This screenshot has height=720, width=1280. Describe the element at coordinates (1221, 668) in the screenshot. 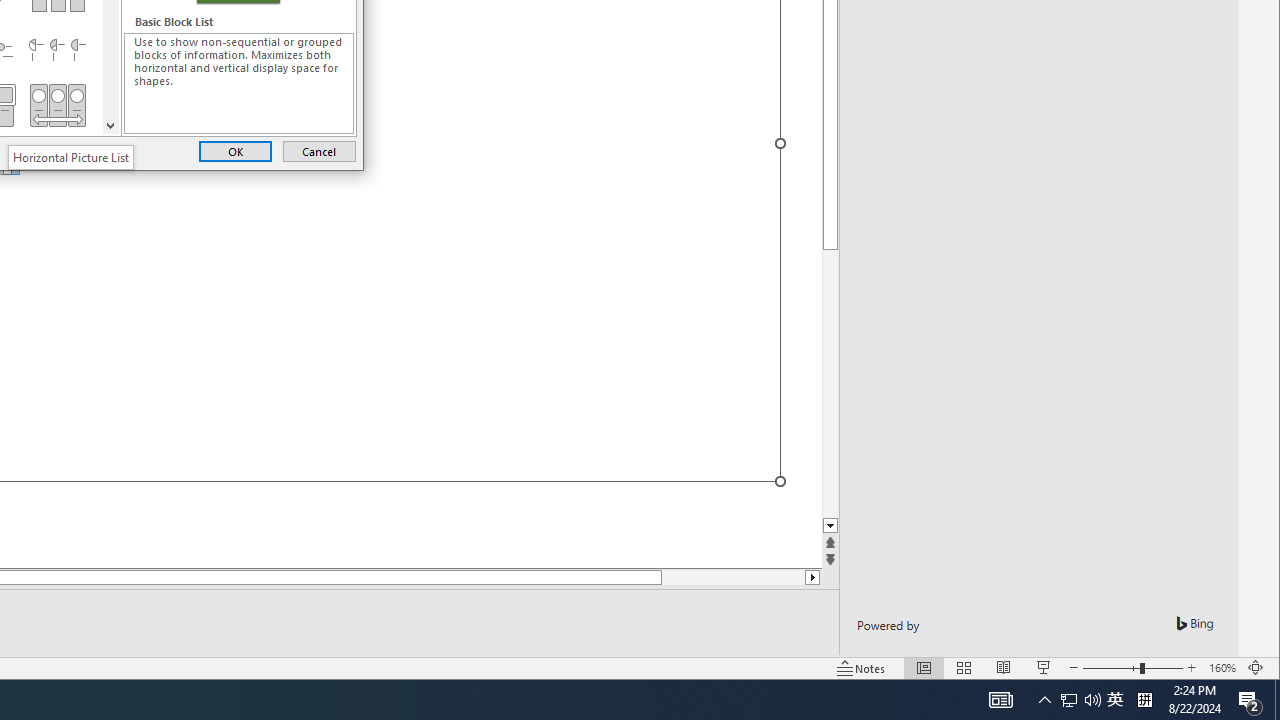

I see `'Zoom 160%'` at that location.